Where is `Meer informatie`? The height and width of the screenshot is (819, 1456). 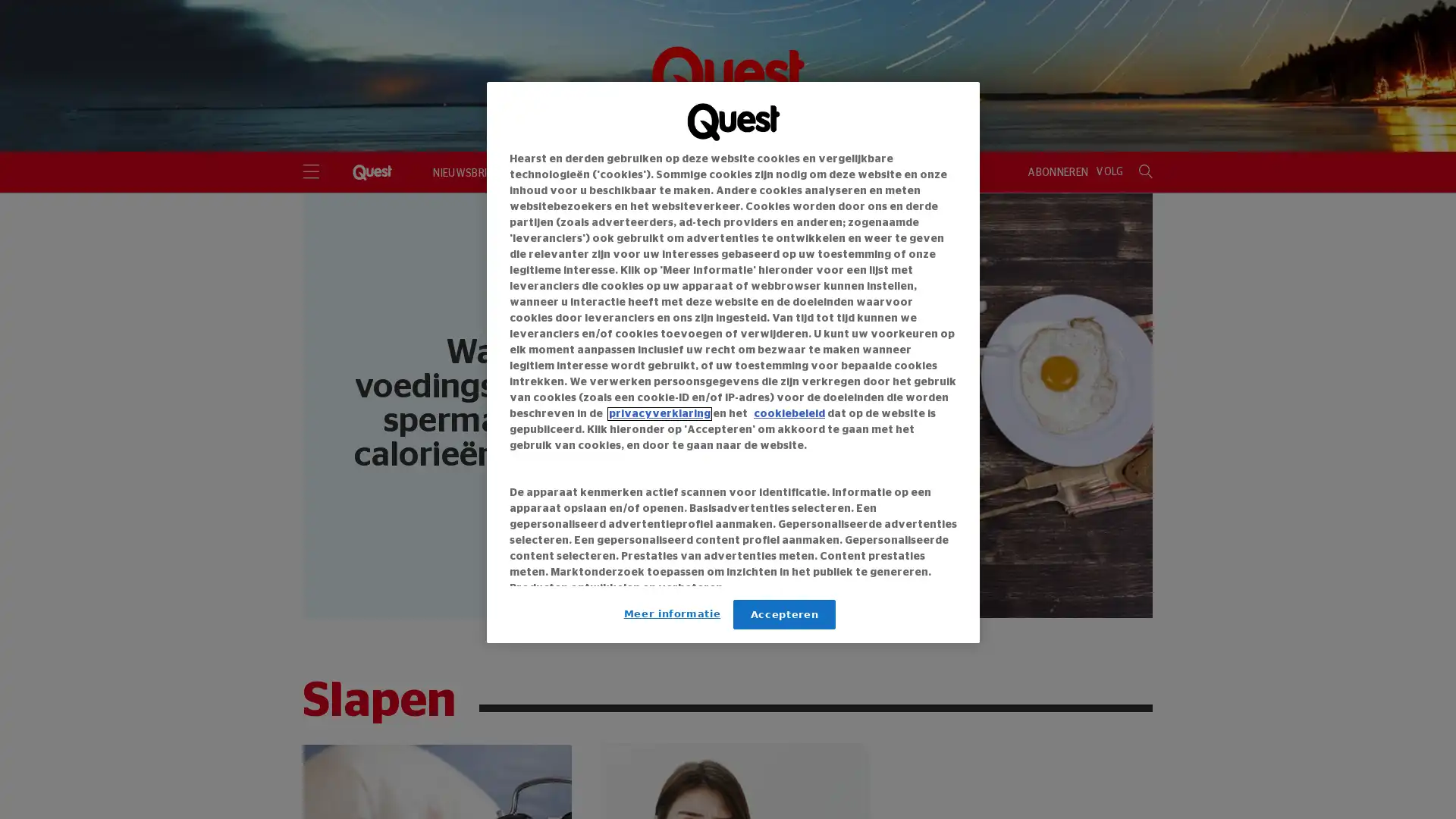
Meer informatie is located at coordinates (671, 613).